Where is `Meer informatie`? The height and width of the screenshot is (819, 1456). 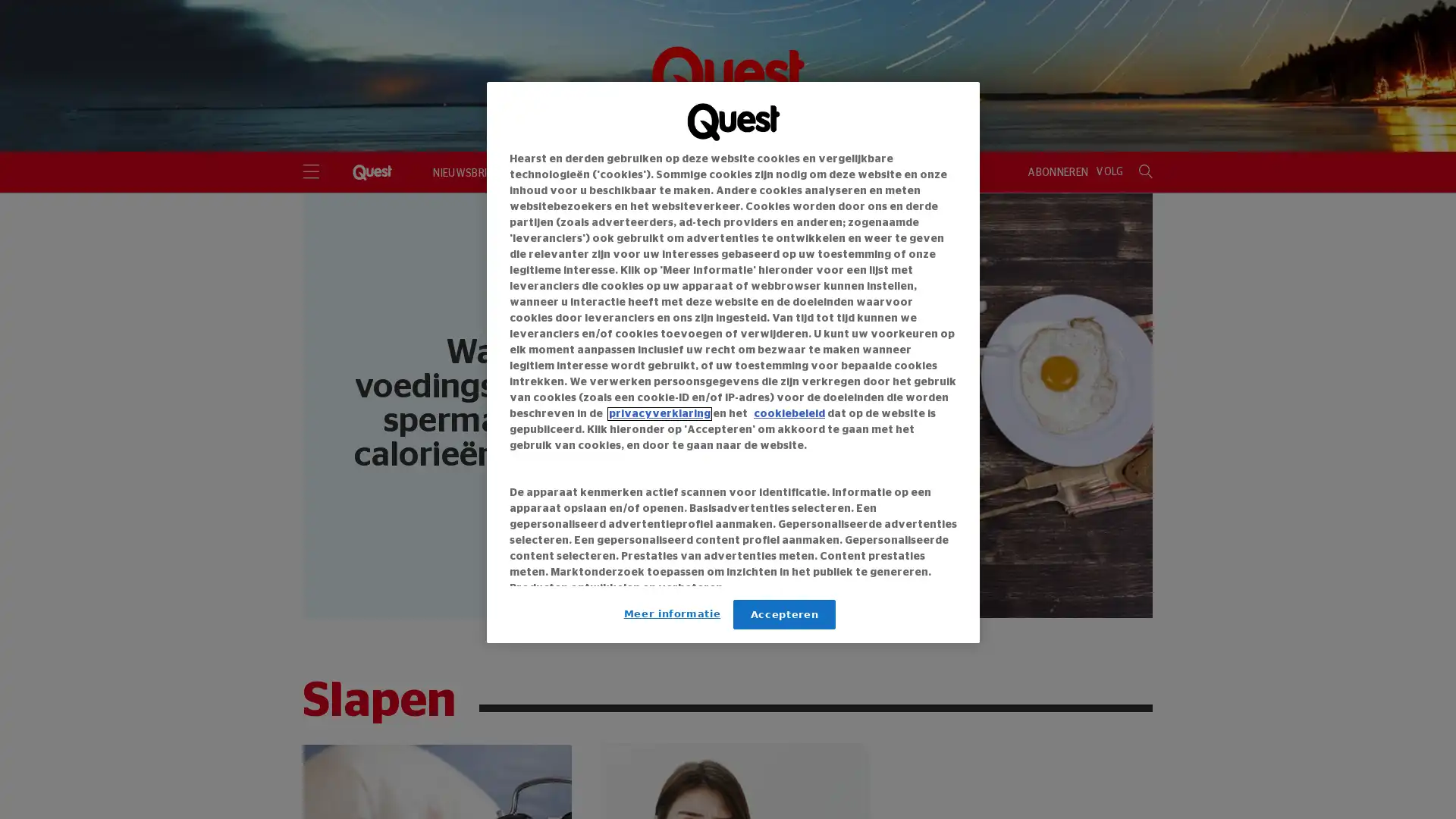
Meer informatie is located at coordinates (671, 613).